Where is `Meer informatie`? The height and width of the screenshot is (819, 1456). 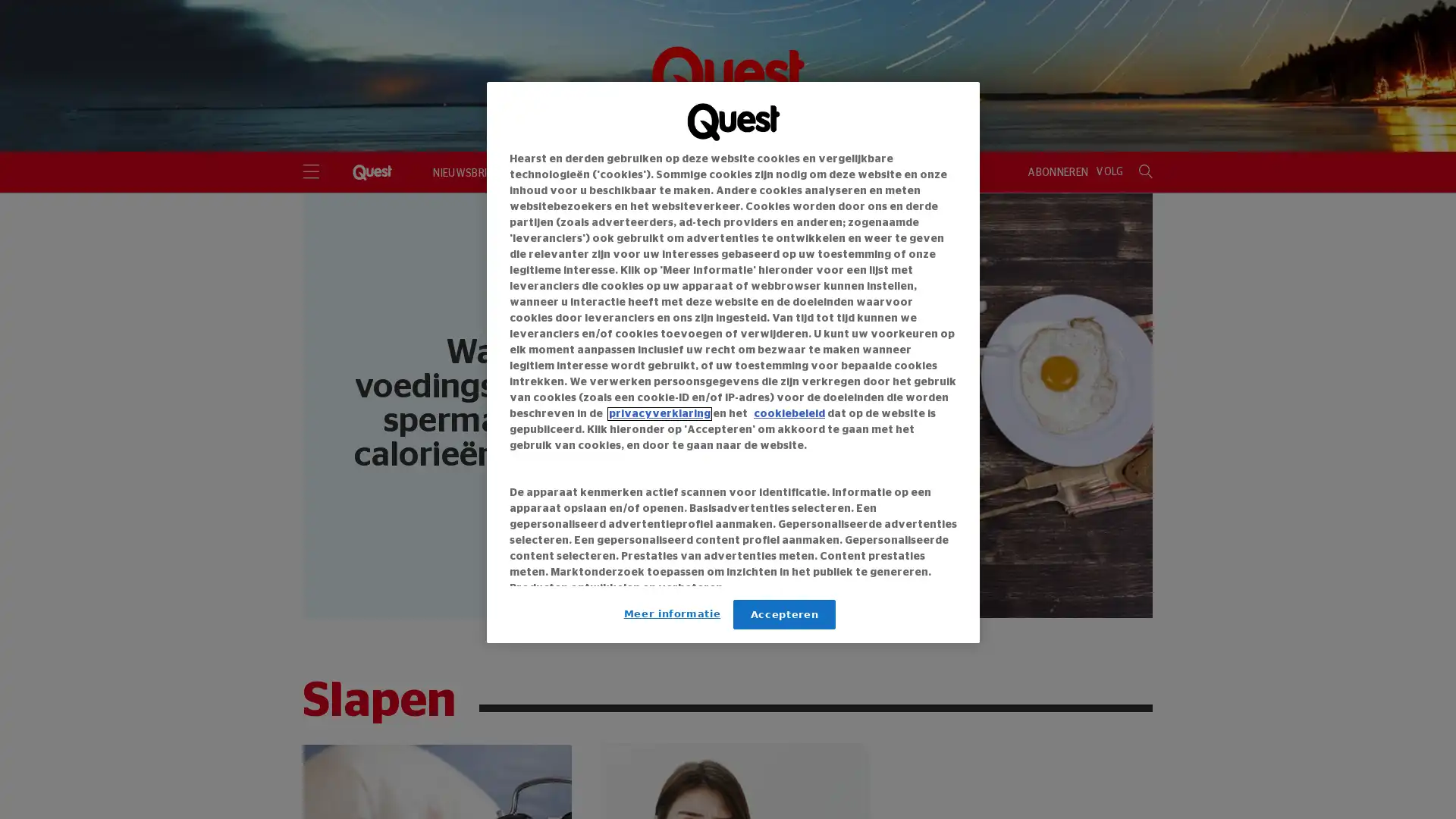
Meer informatie is located at coordinates (671, 613).